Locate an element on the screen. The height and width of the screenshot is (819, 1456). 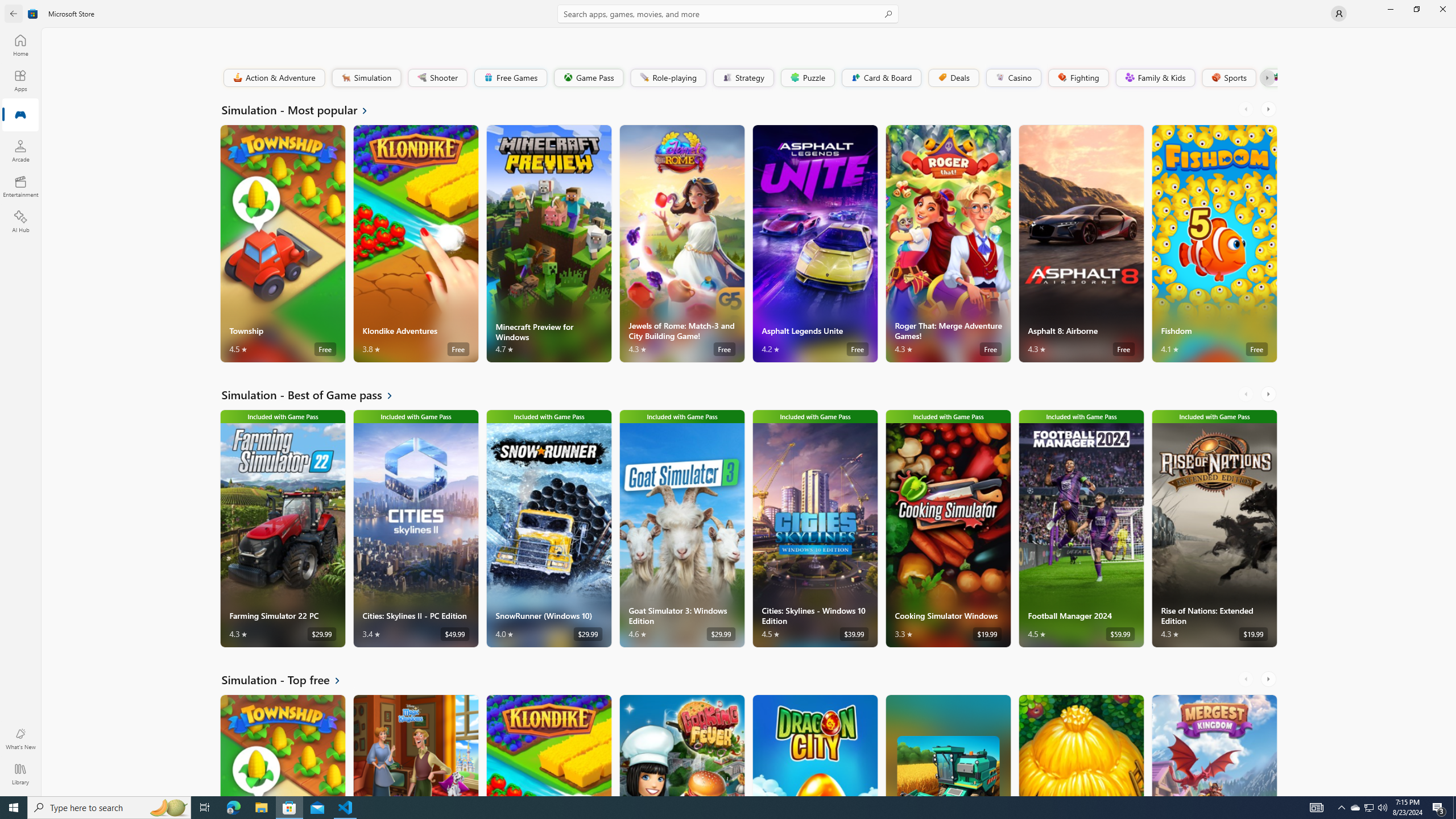
'Card & Board' is located at coordinates (880, 77).